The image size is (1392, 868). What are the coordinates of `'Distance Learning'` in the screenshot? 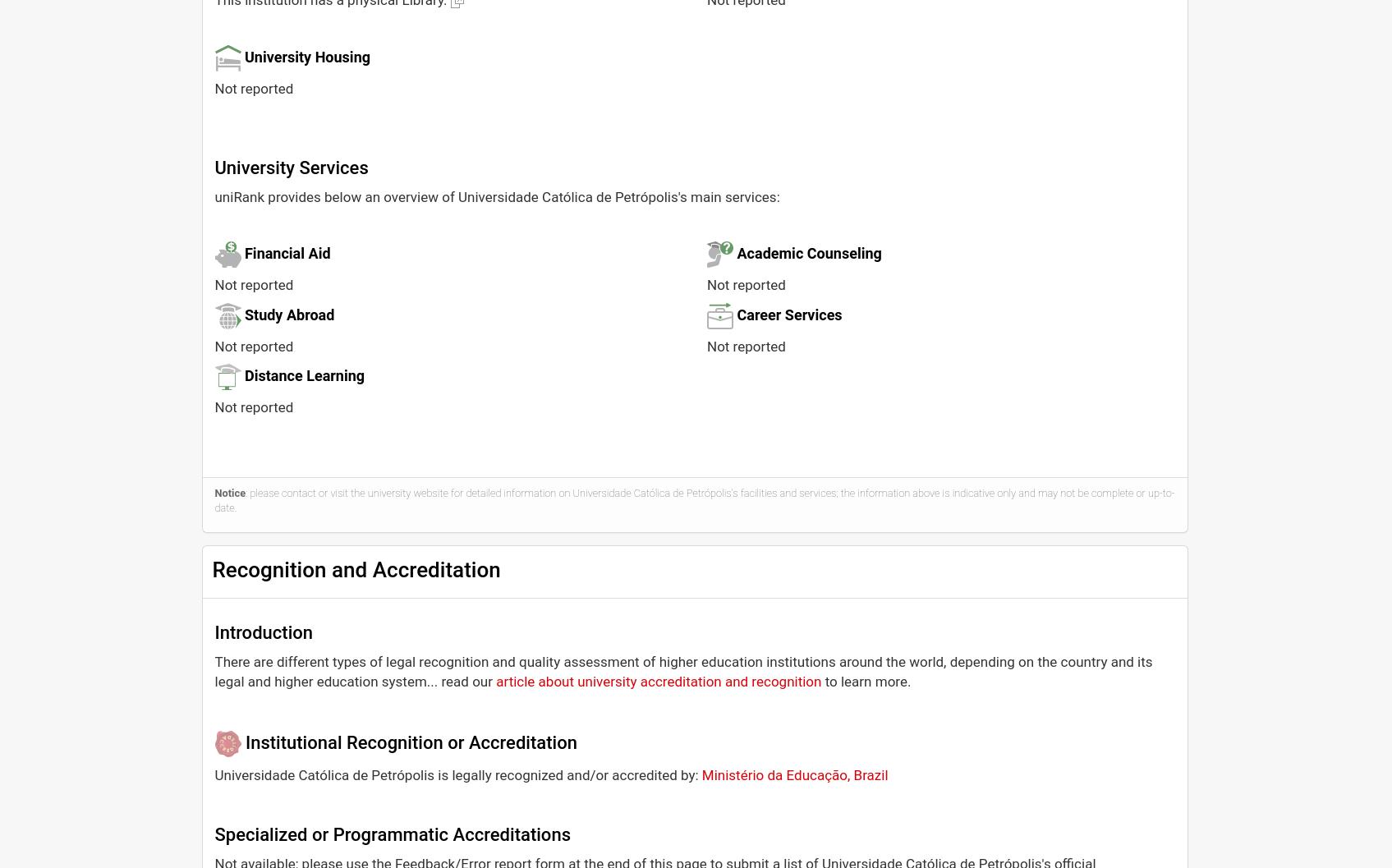 It's located at (303, 374).